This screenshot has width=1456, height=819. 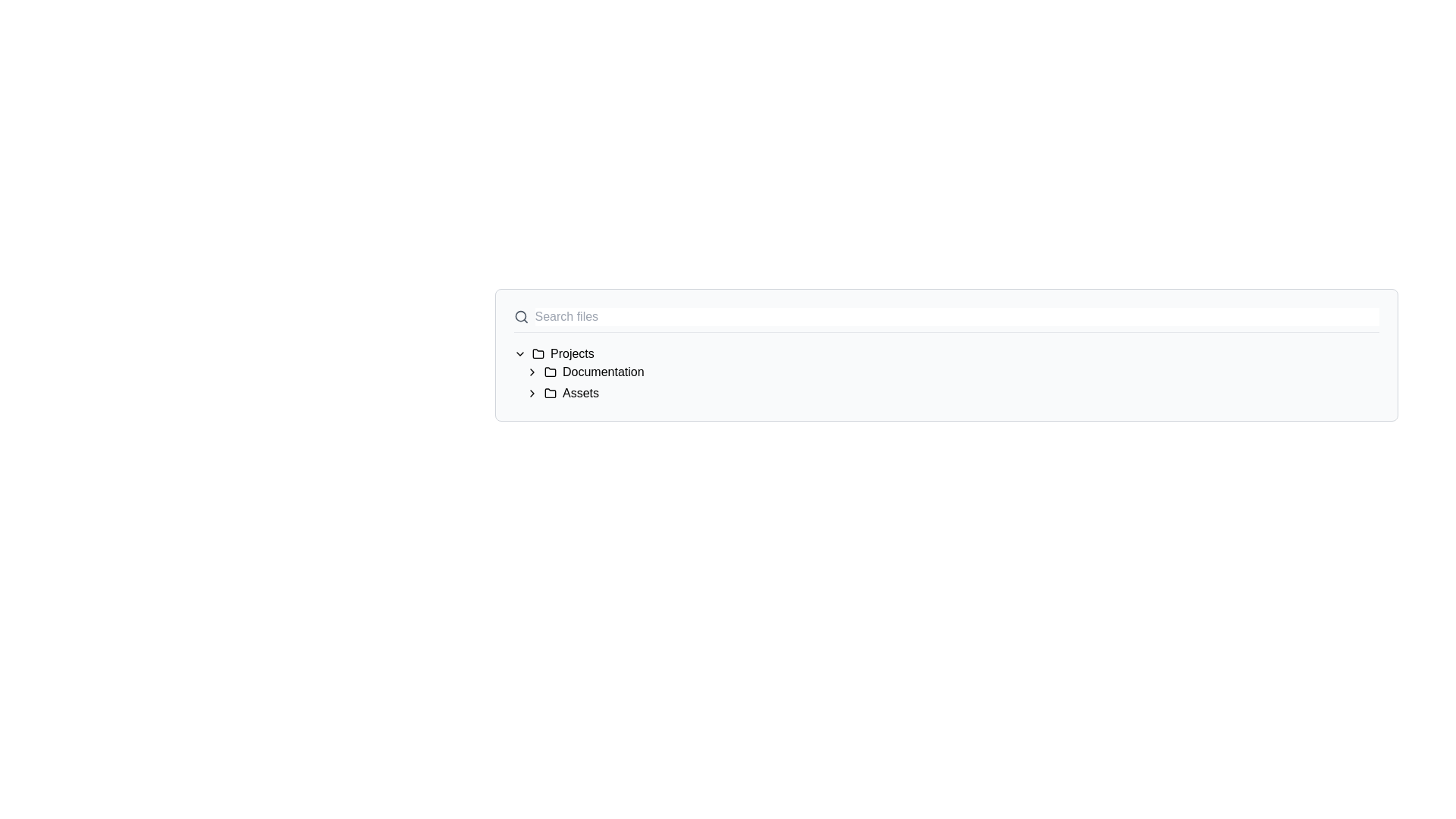 What do you see at coordinates (520, 315) in the screenshot?
I see `the circular SVG element representing the search function, which is part of a larger SVG icon in the upper-left section of the interface` at bounding box center [520, 315].